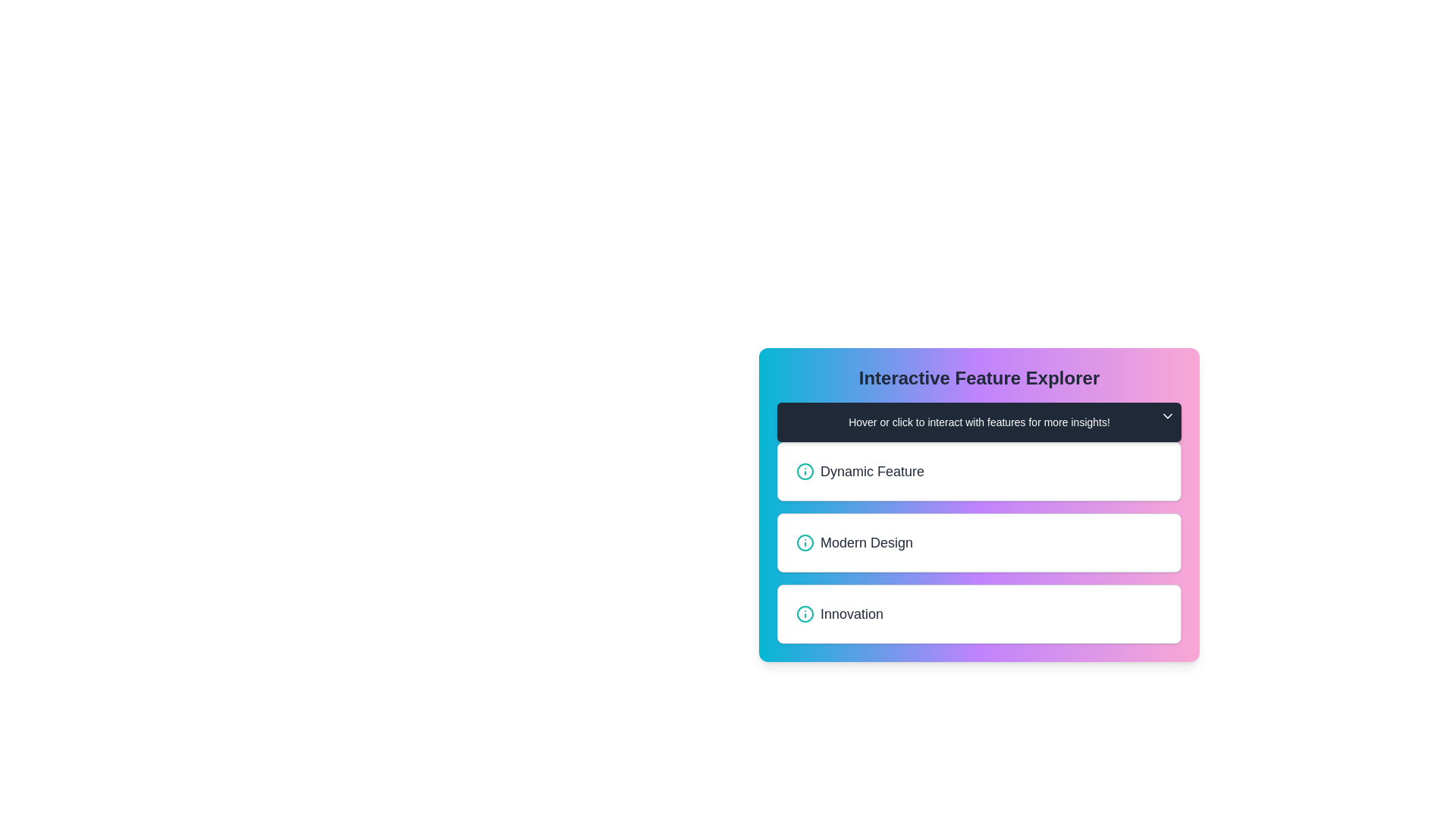  What do you see at coordinates (872, 470) in the screenshot?
I see `text label styled as a heading displaying 'Dynamic Feature', which is prominently placed in dark gray and aligned horizontally next to an informational icon` at bounding box center [872, 470].